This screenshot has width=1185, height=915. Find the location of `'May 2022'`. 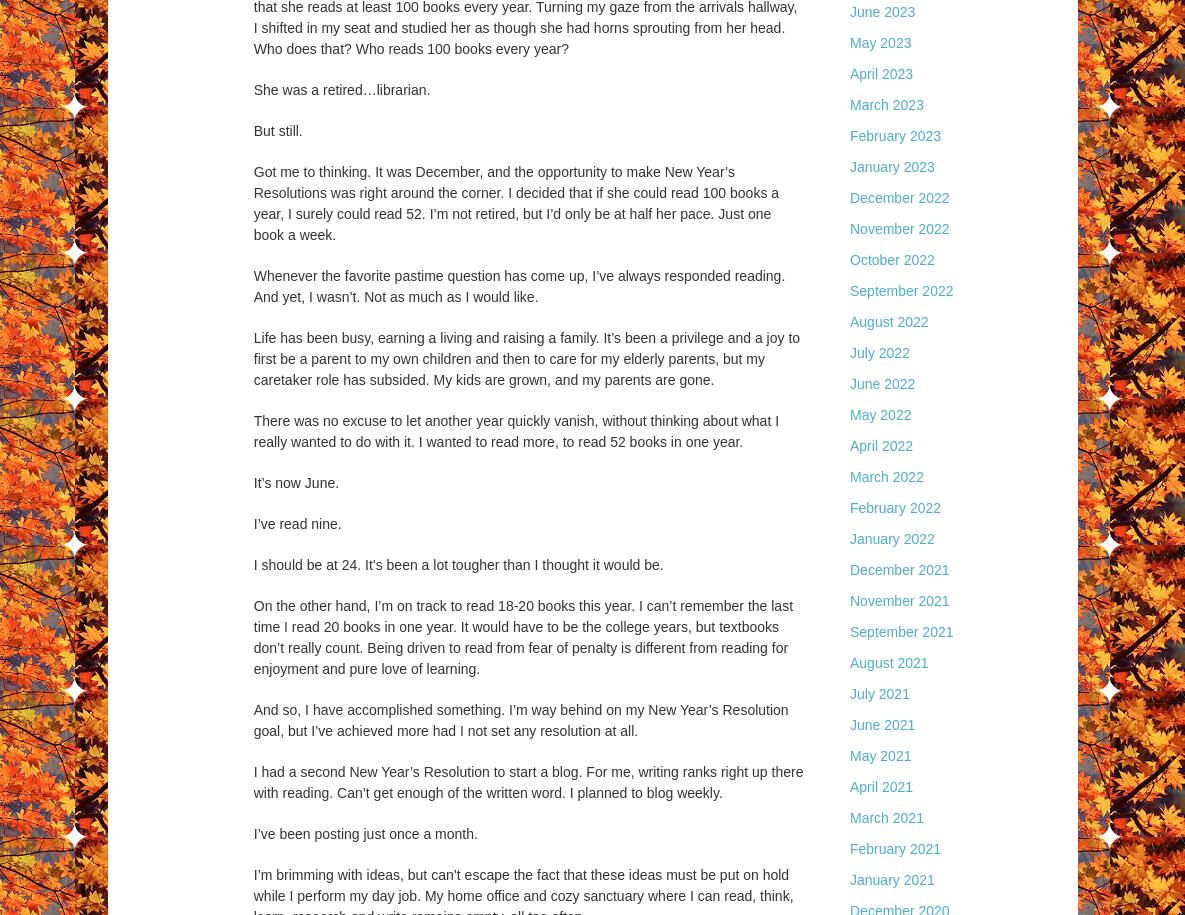

'May 2022' is located at coordinates (880, 415).